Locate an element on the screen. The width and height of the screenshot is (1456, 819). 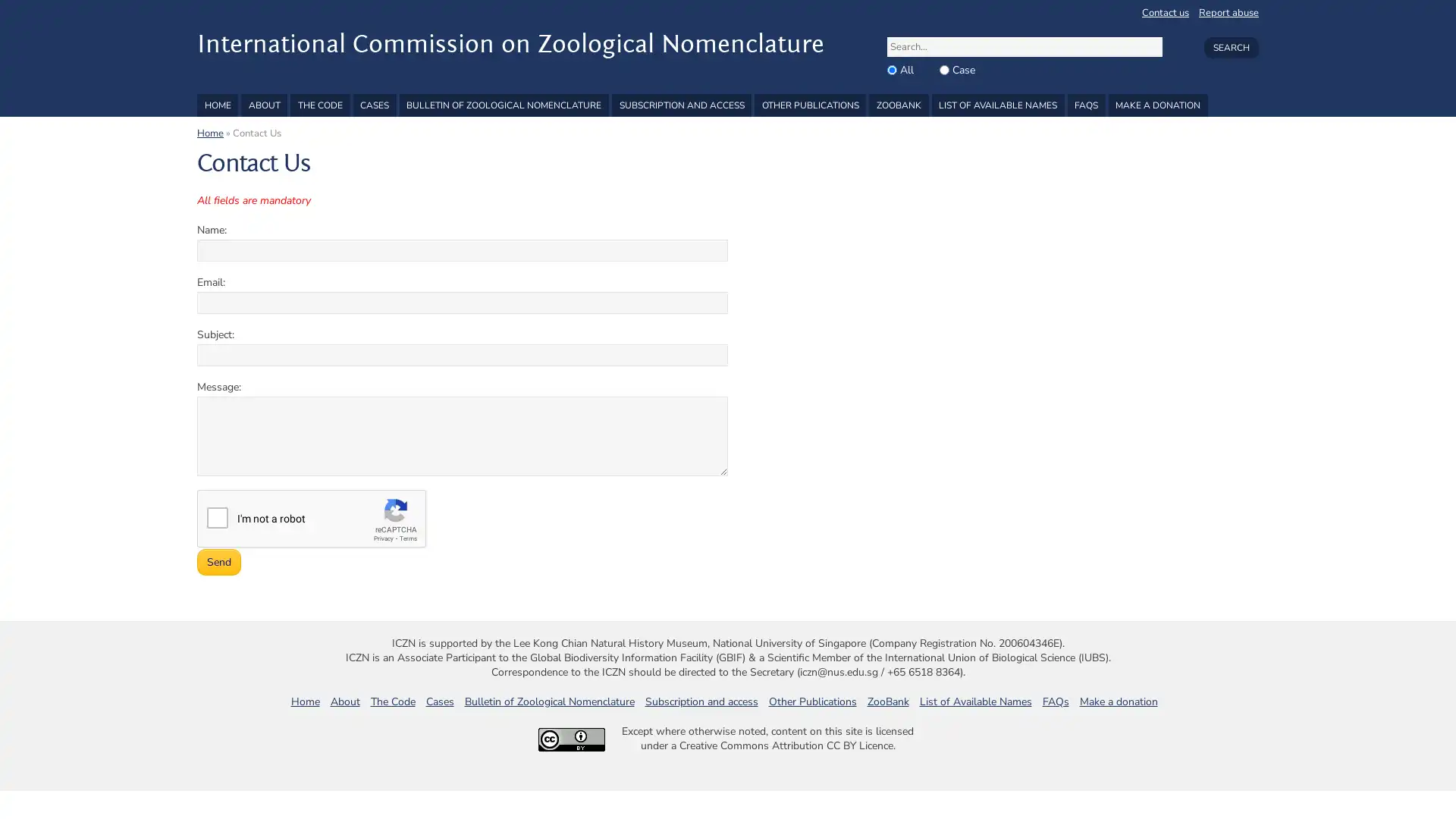
Search is located at coordinates (1230, 46).